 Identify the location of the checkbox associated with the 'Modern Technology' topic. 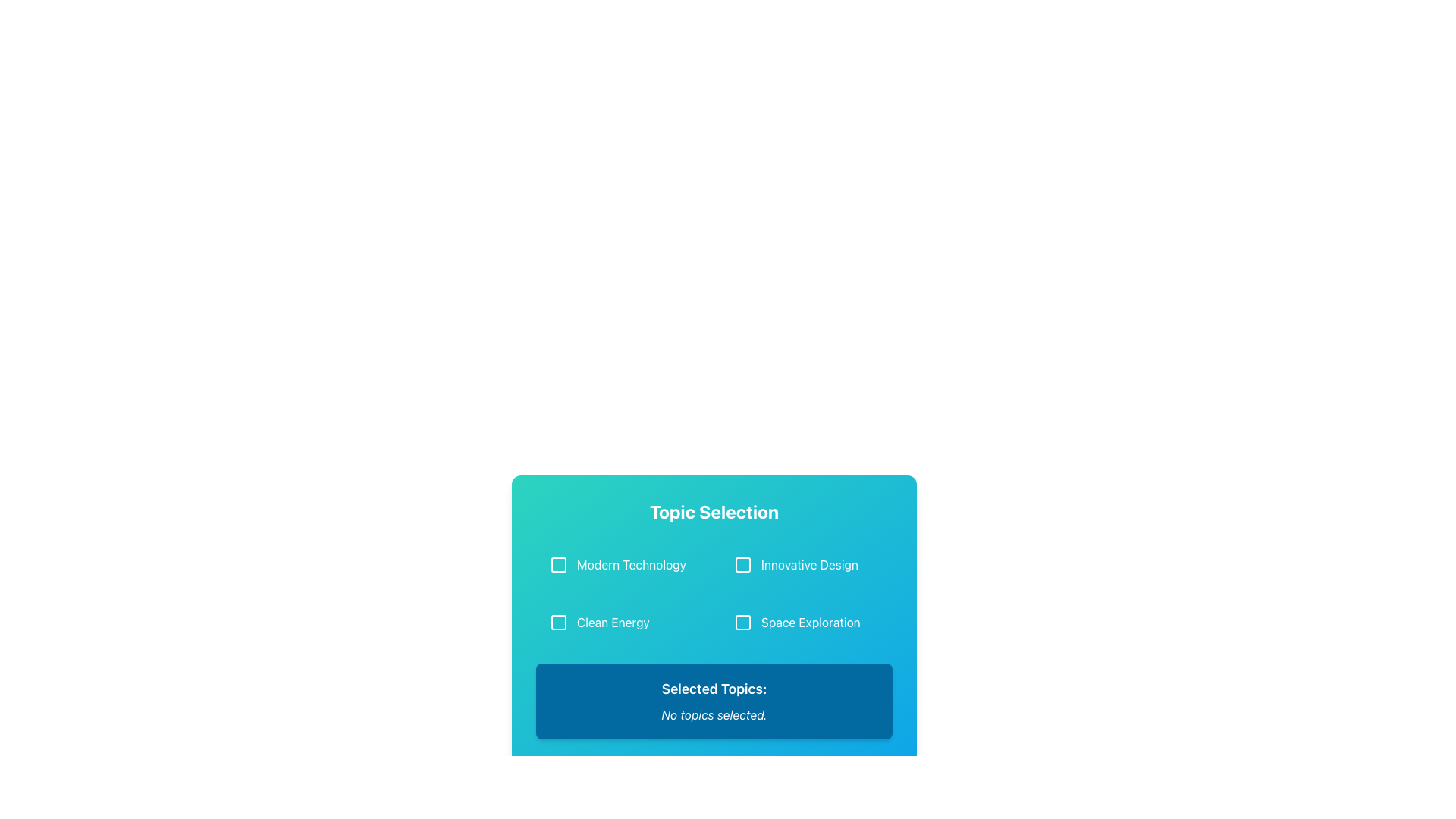
(558, 564).